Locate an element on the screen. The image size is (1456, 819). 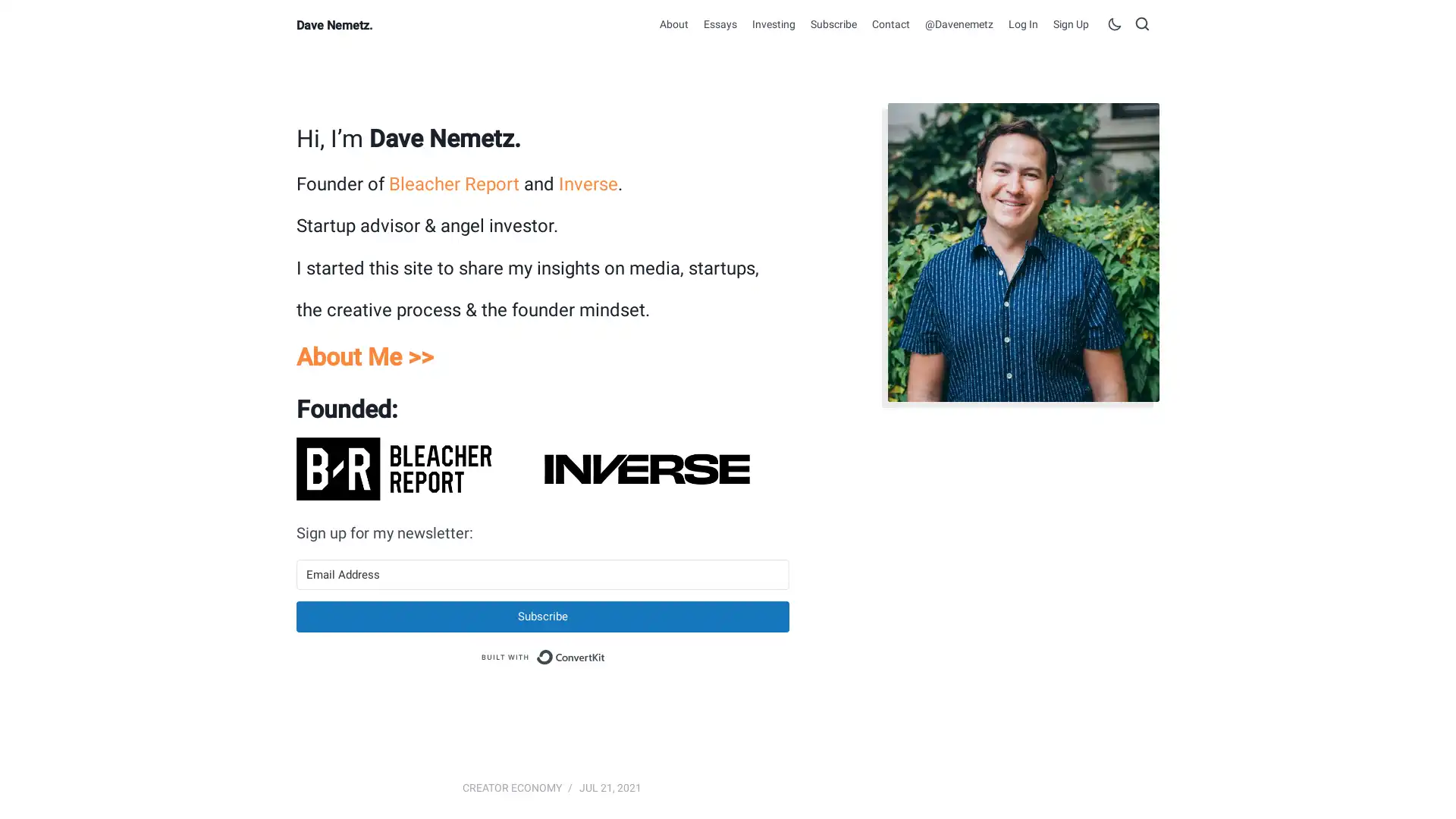
Subscribe is located at coordinates (542, 617).